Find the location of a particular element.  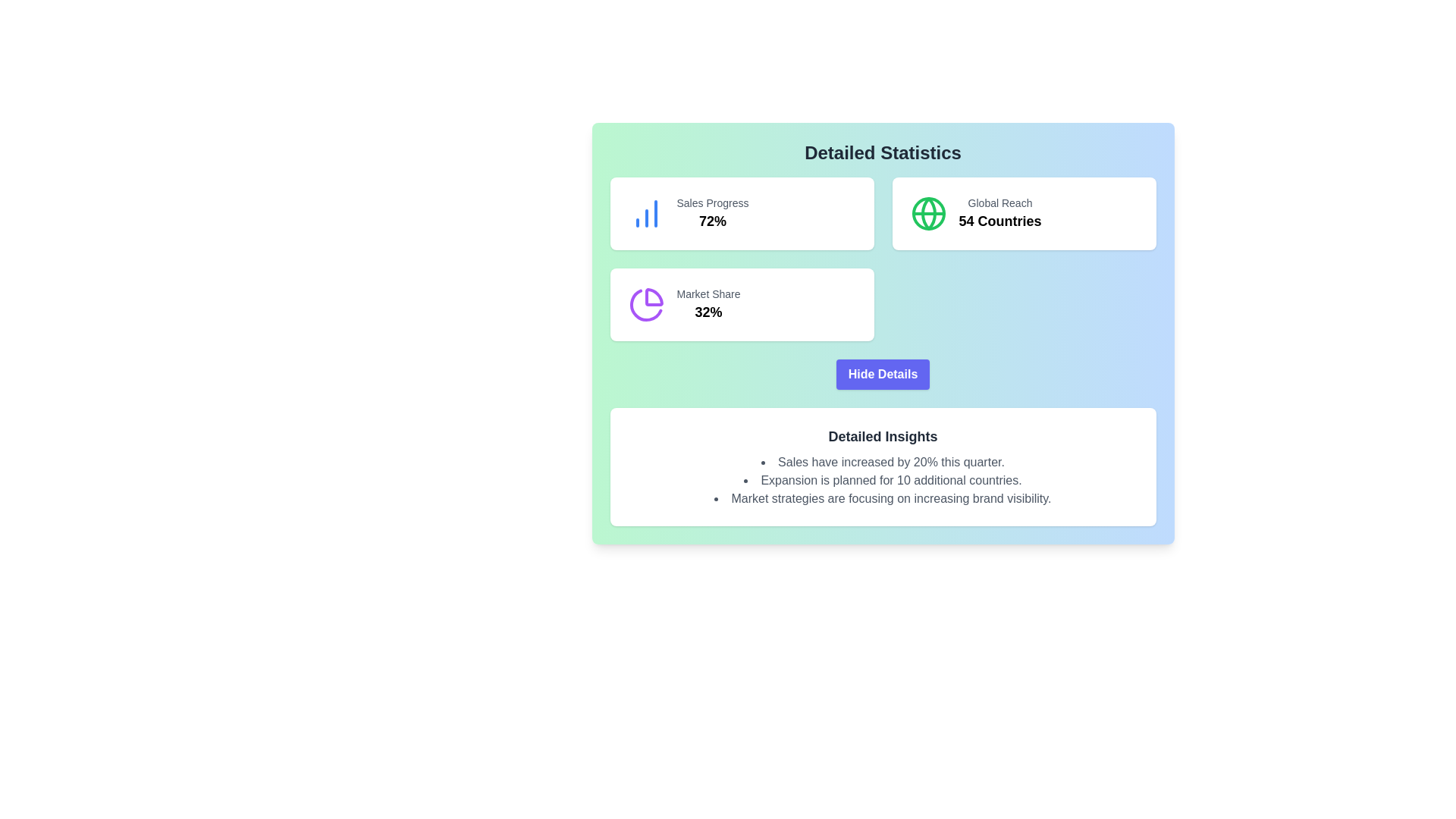

the 'Sales Progress' percentage value text label, which is centrally aligned below the 'Sales Progress' label in the upper-left quadrant of the interface is located at coordinates (712, 221).